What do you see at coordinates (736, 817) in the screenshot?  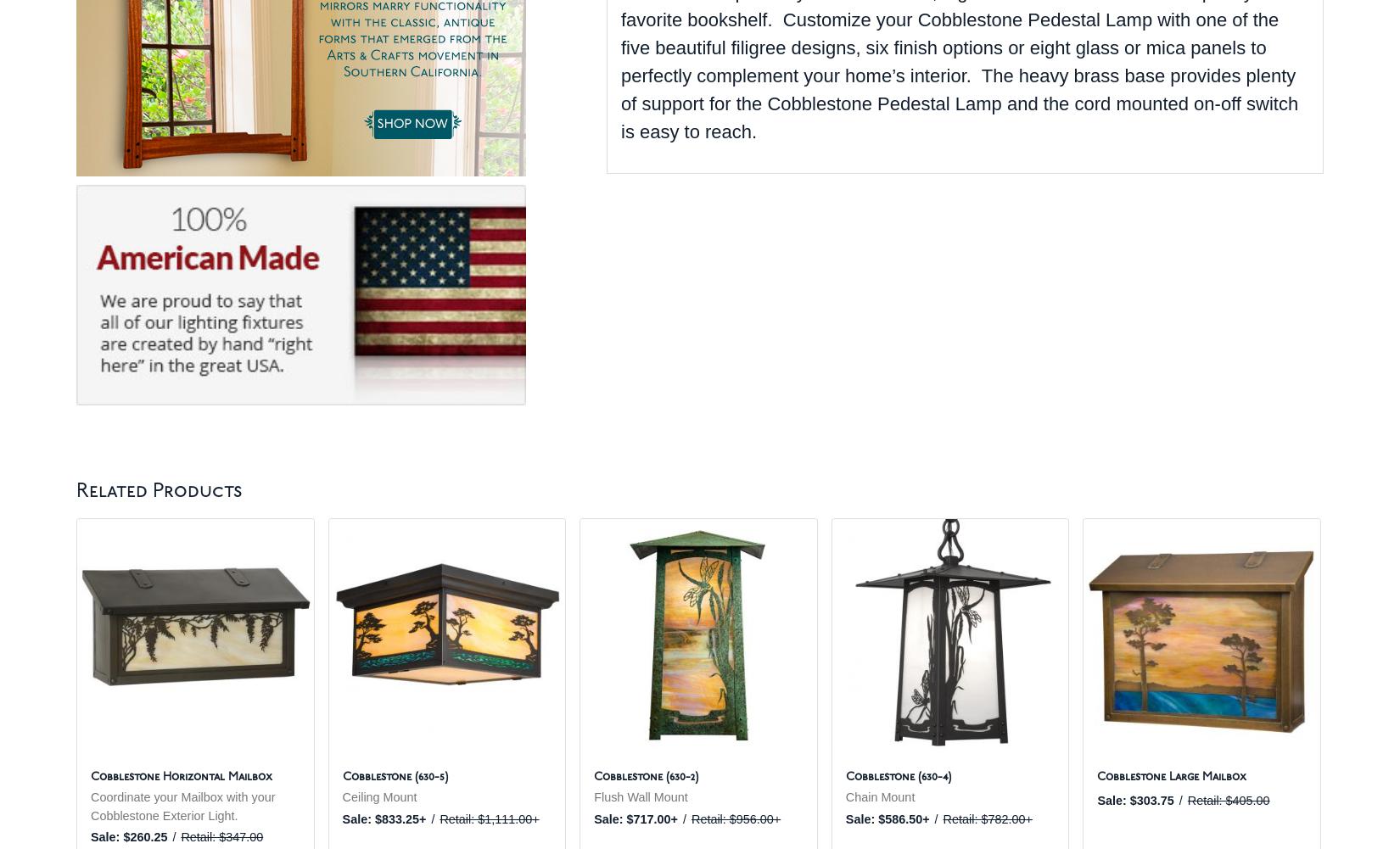 I see `'Retail: $956.00+'` at bounding box center [736, 817].